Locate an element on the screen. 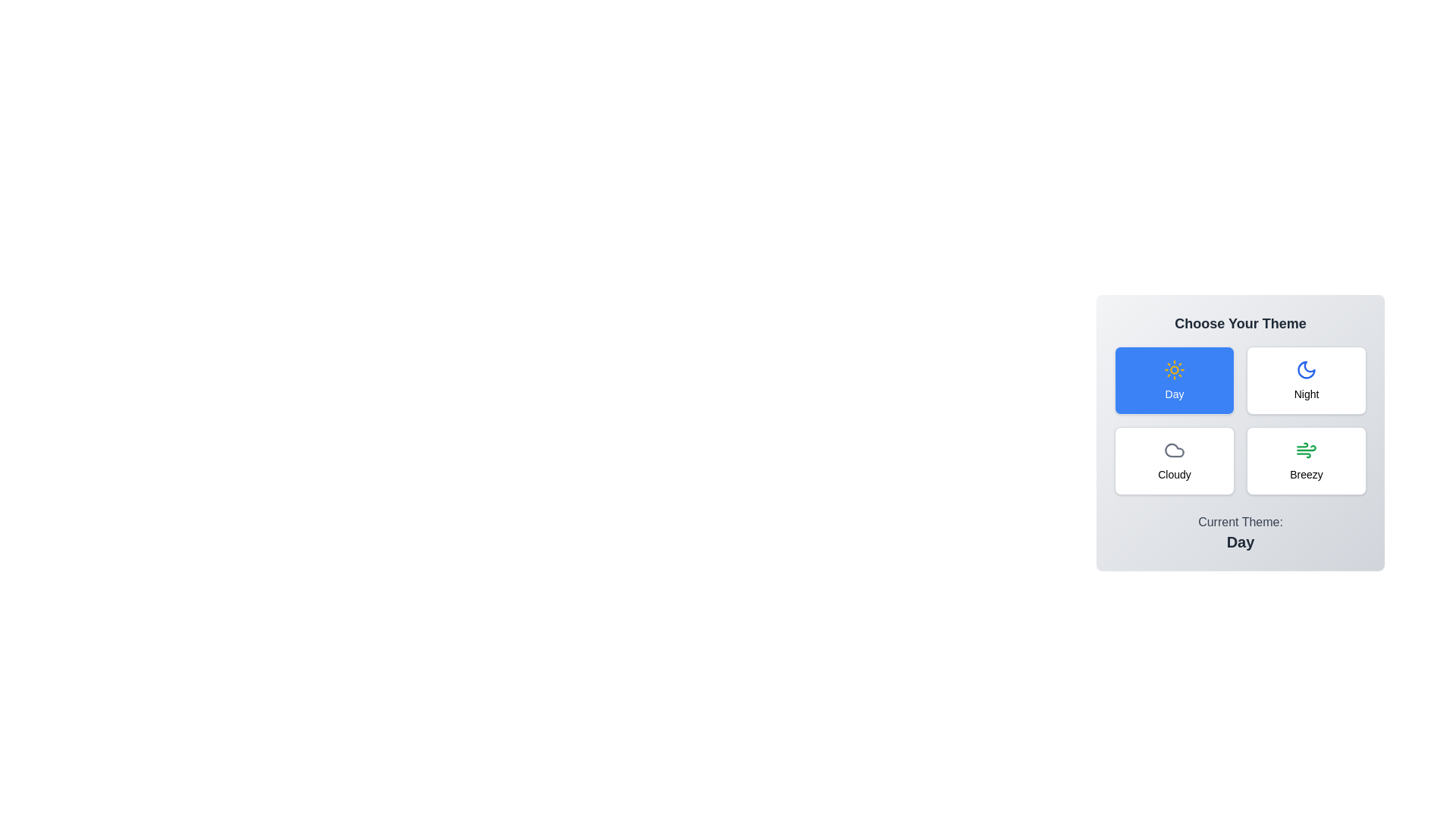  the button corresponding to the theme Day is located at coordinates (1174, 379).